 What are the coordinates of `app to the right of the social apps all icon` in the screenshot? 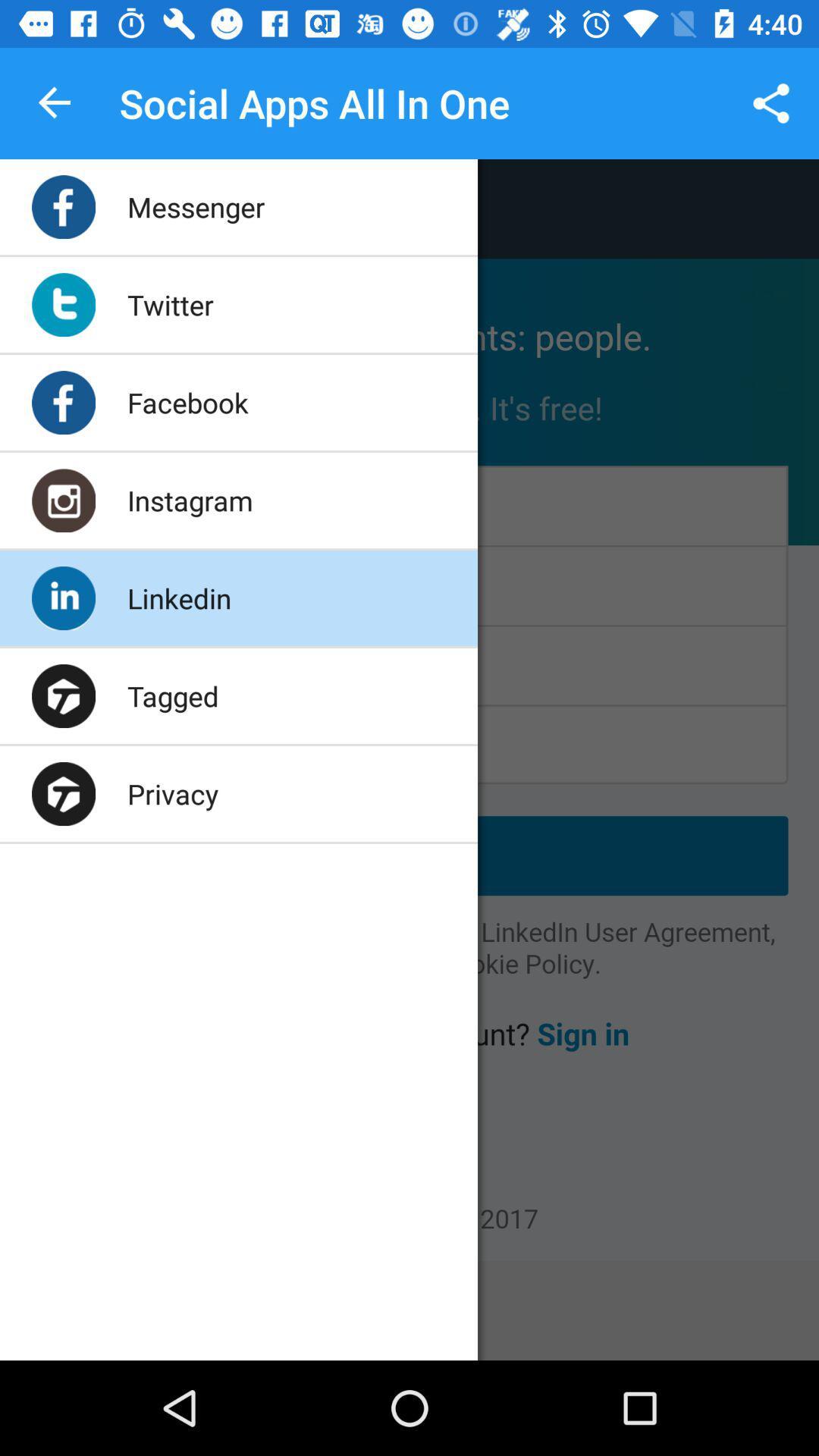 It's located at (771, 102).